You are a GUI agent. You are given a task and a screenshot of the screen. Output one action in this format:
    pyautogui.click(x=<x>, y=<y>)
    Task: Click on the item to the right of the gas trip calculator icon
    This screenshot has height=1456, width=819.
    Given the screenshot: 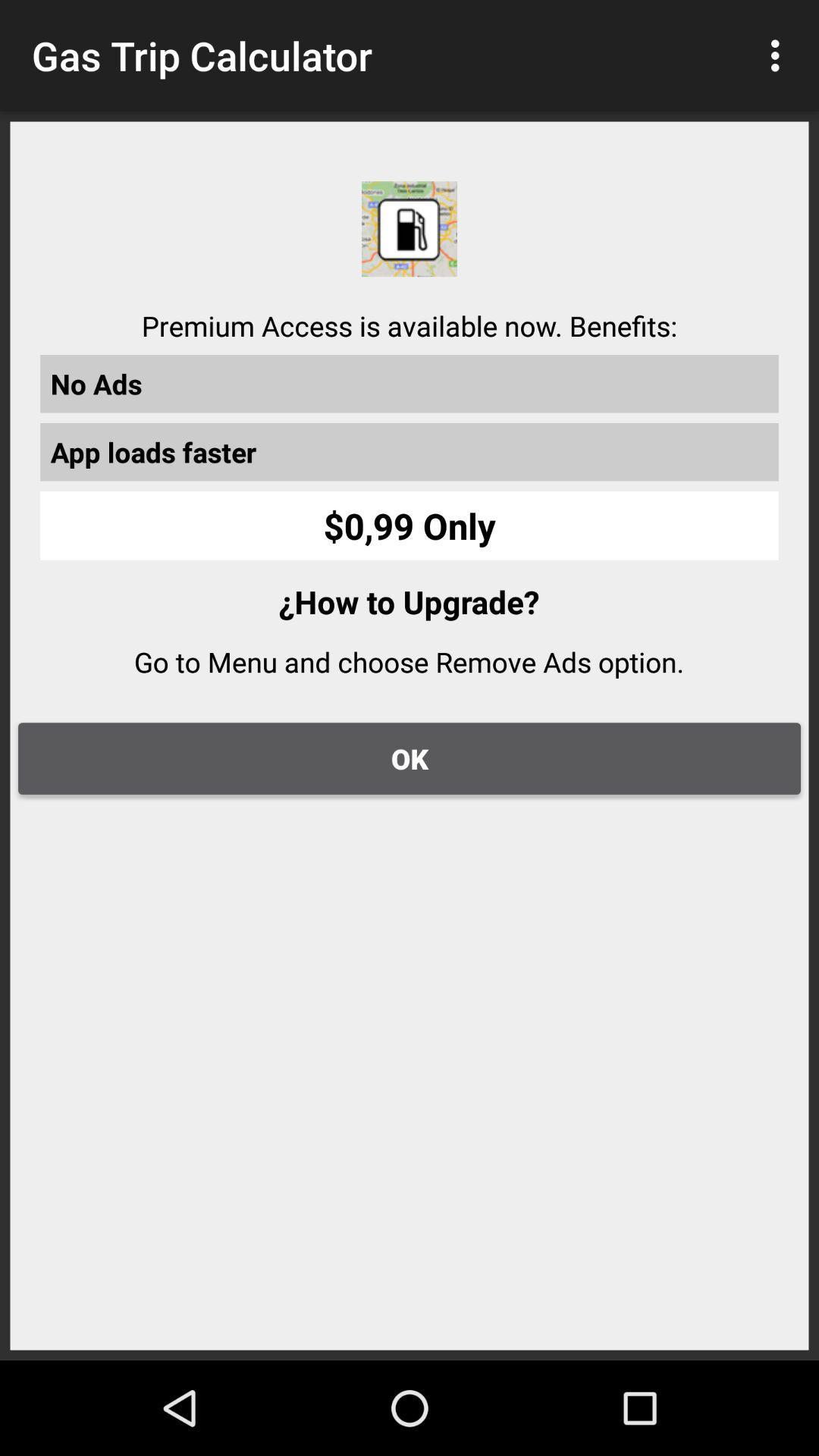 What is the action you would take?
    pyautogui.click(x=779, y=55)
    